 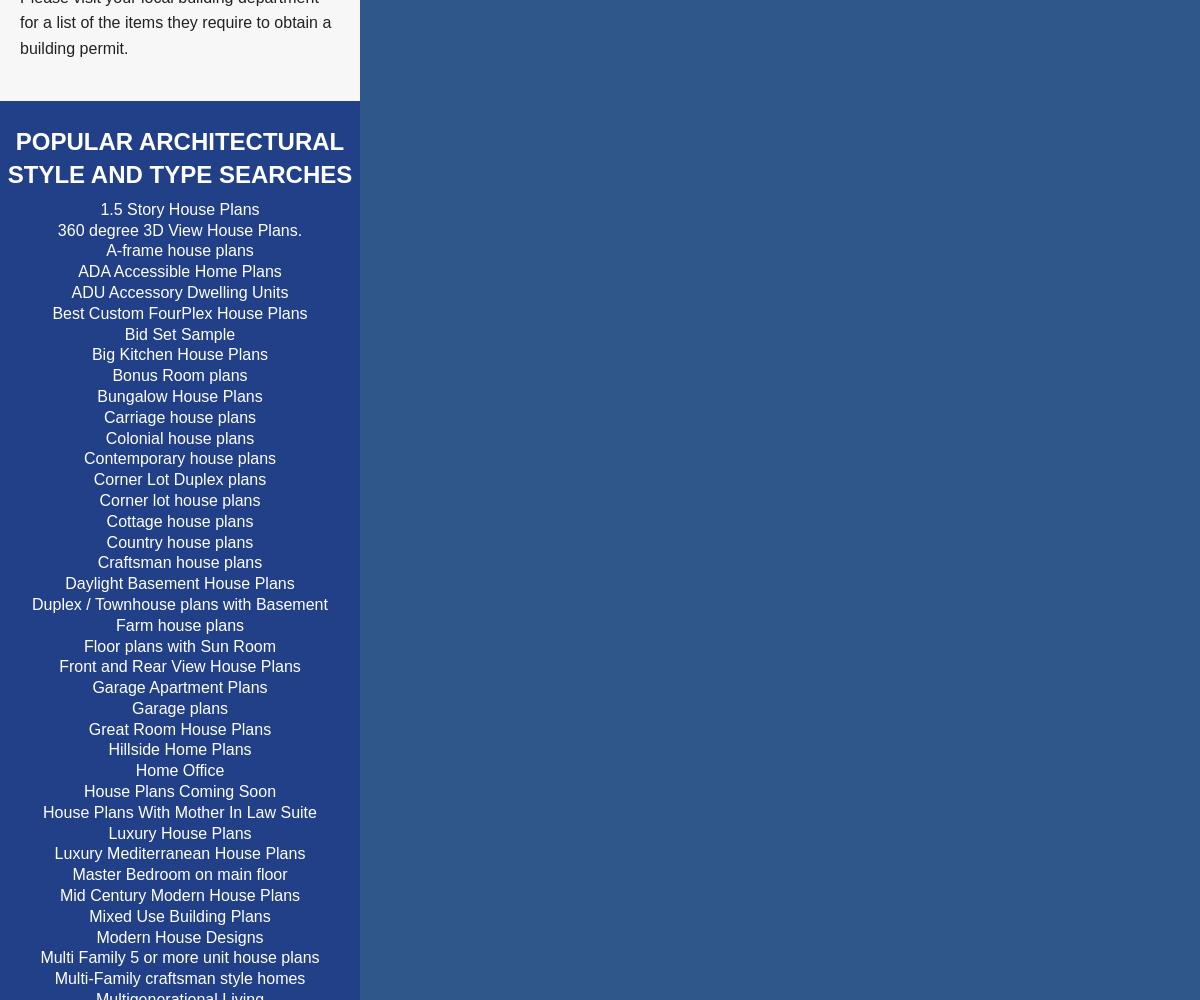 What do you see at coordinates (178, 582) in the screenshot?
I see `'Daylight Basement House Plans'` at bounding box center [178, 582].